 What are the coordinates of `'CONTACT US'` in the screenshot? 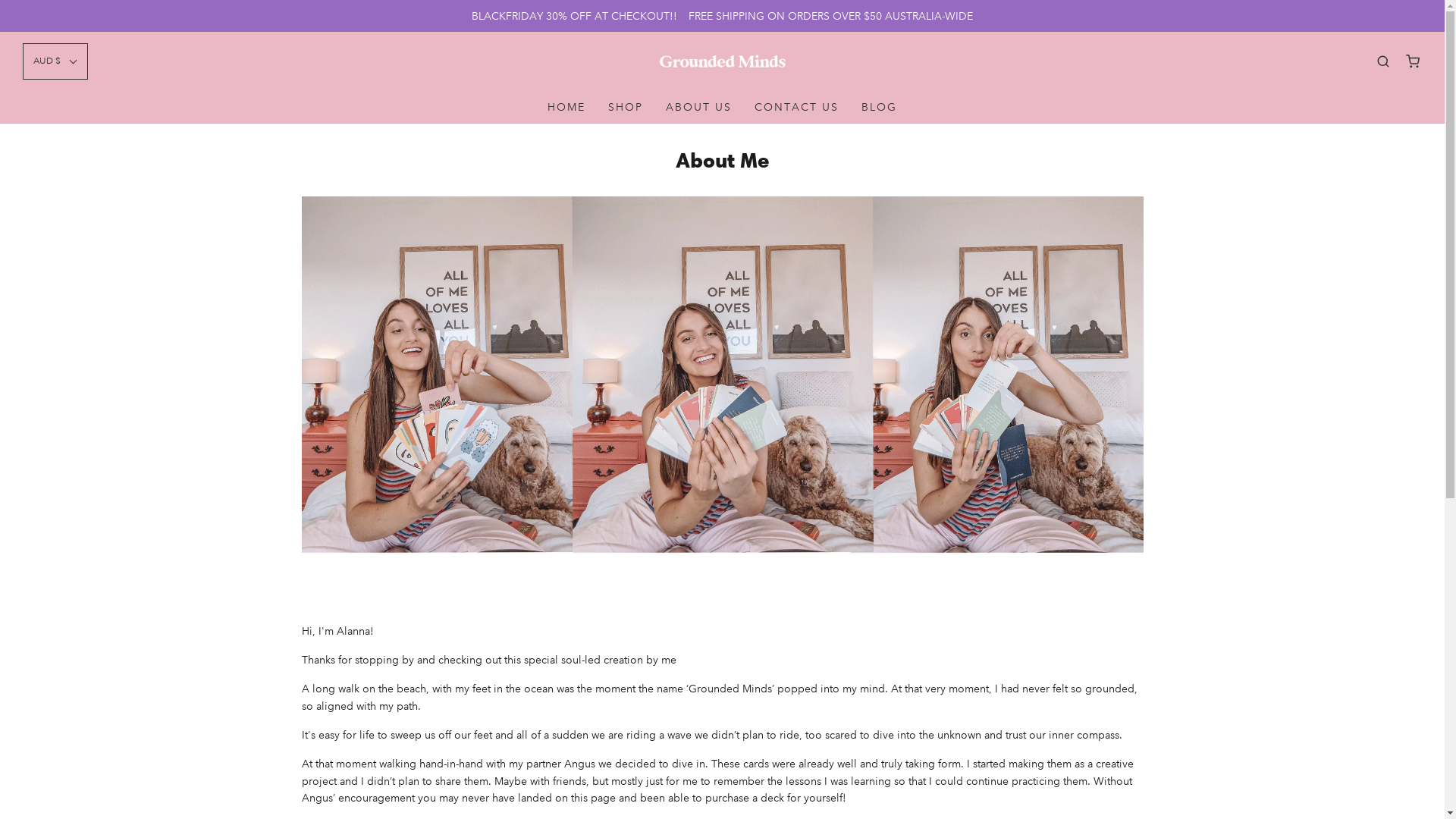 It's located at (795, 106).